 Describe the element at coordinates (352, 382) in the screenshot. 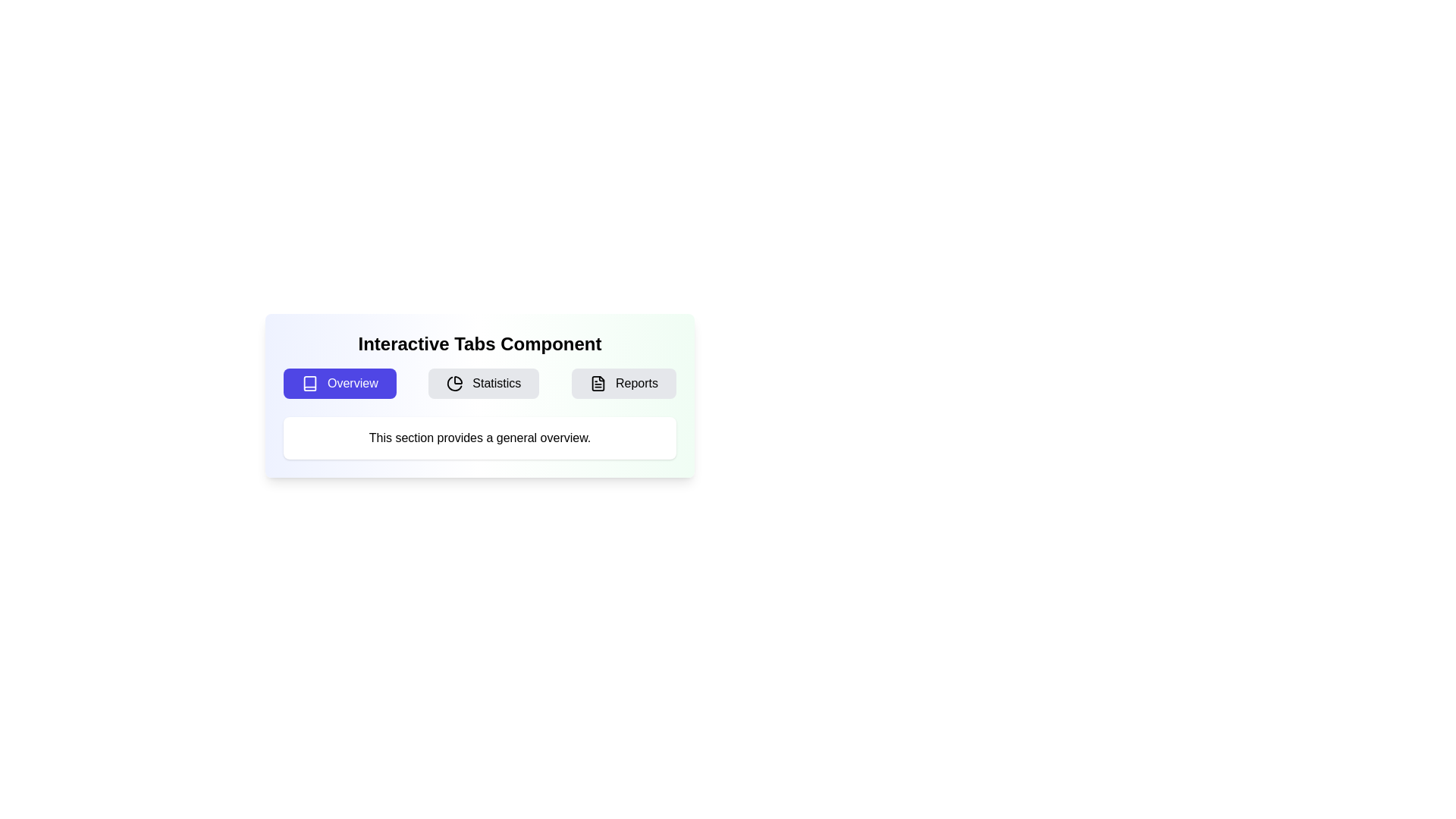

I see `the 'Overview' tab label` at that location.